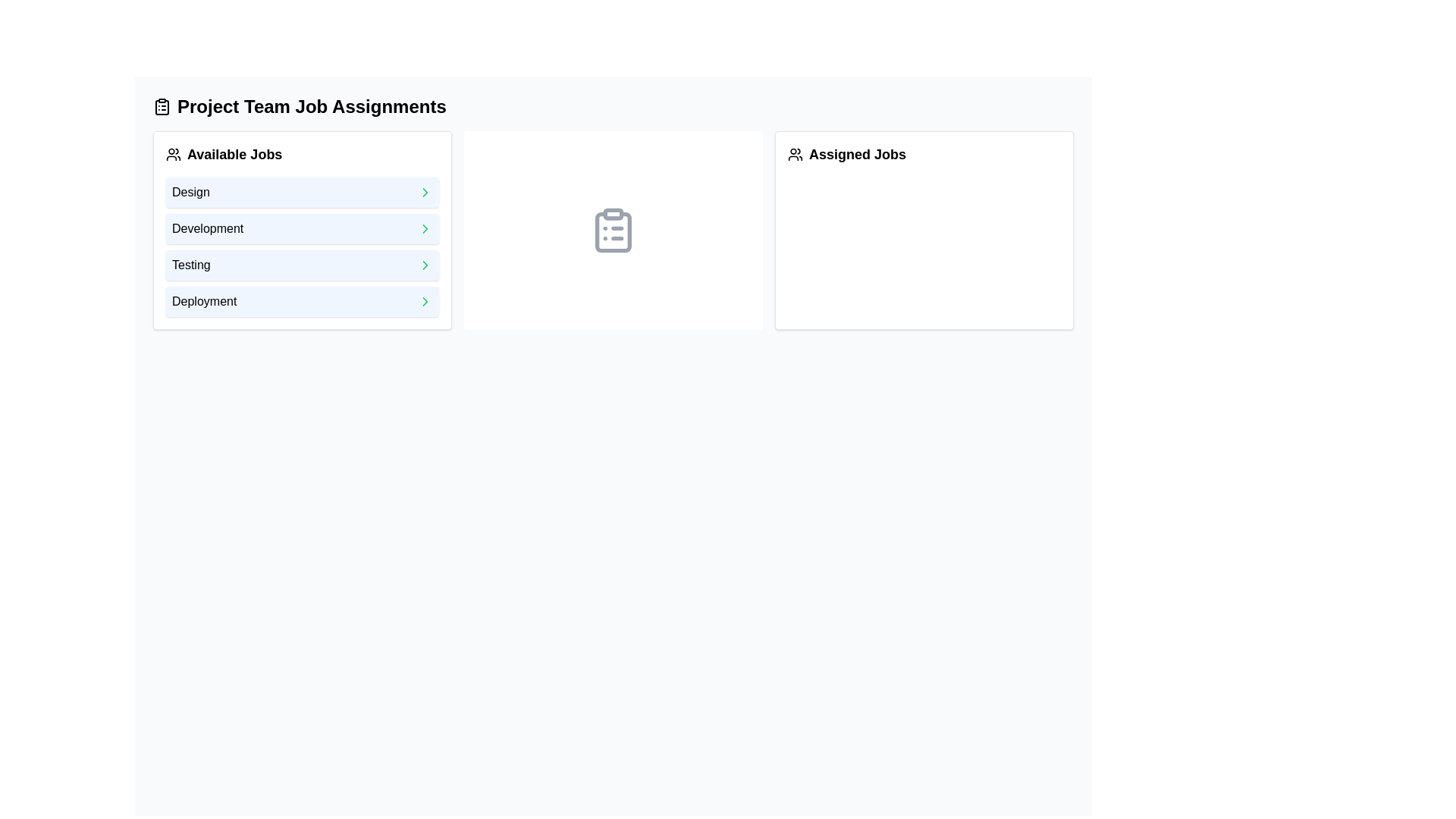  I want to click on the clipboard-related icon located in the middle card of the interface, which represents tasks or assignments, so click(613, 231).